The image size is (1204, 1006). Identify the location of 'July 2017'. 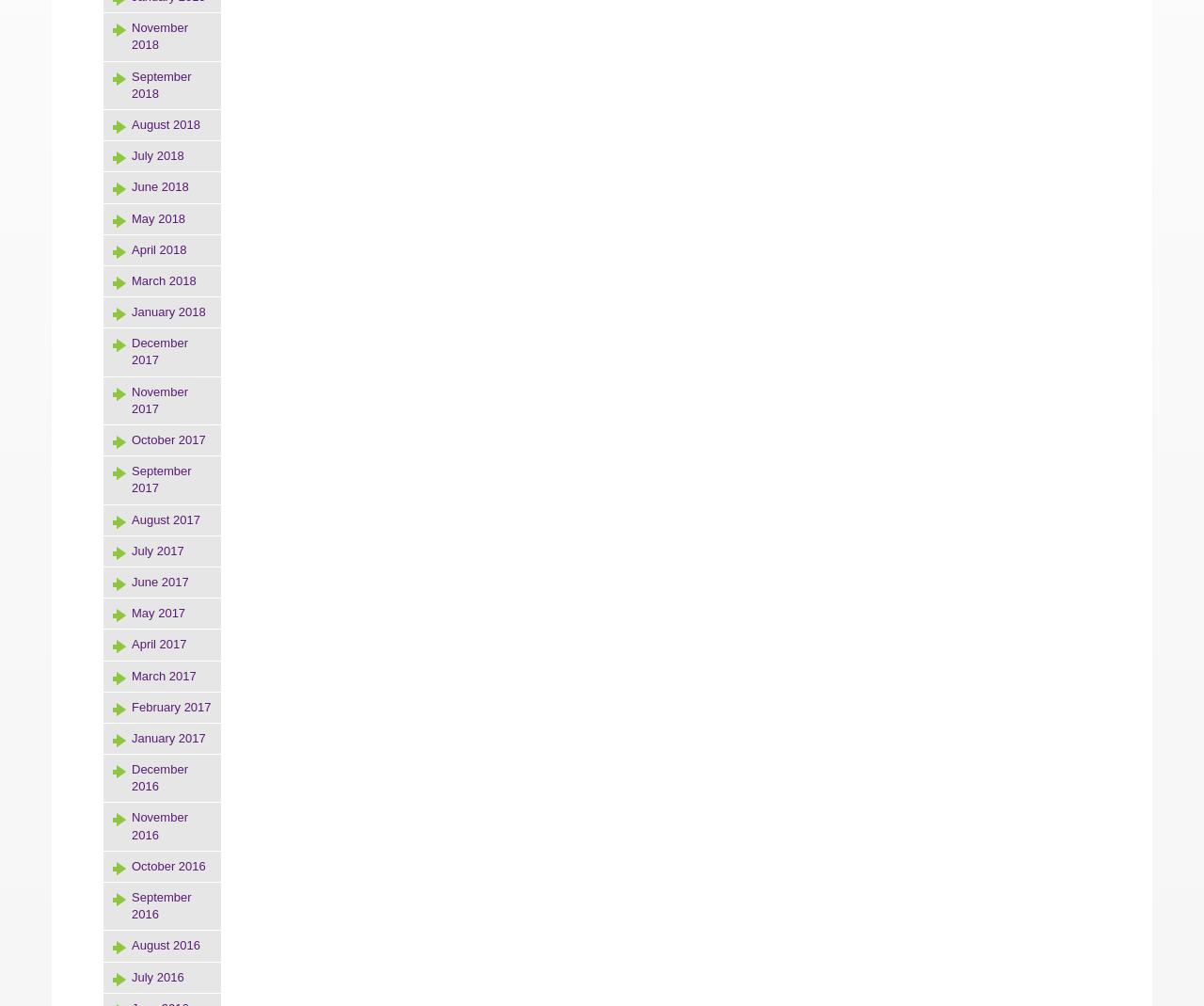
(157, 550).